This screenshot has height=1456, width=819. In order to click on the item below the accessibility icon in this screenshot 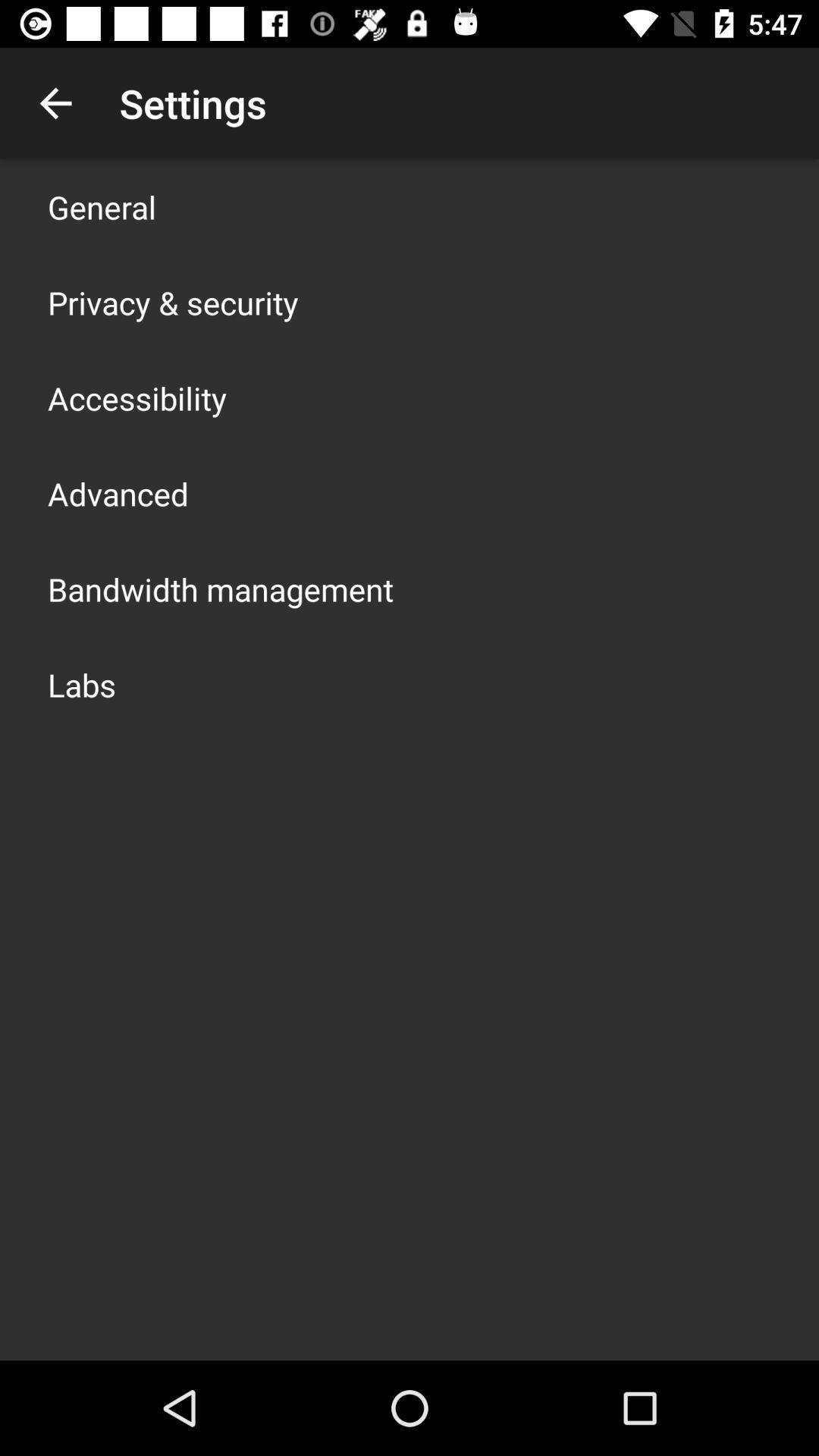, I will do `click(117, 494)`.